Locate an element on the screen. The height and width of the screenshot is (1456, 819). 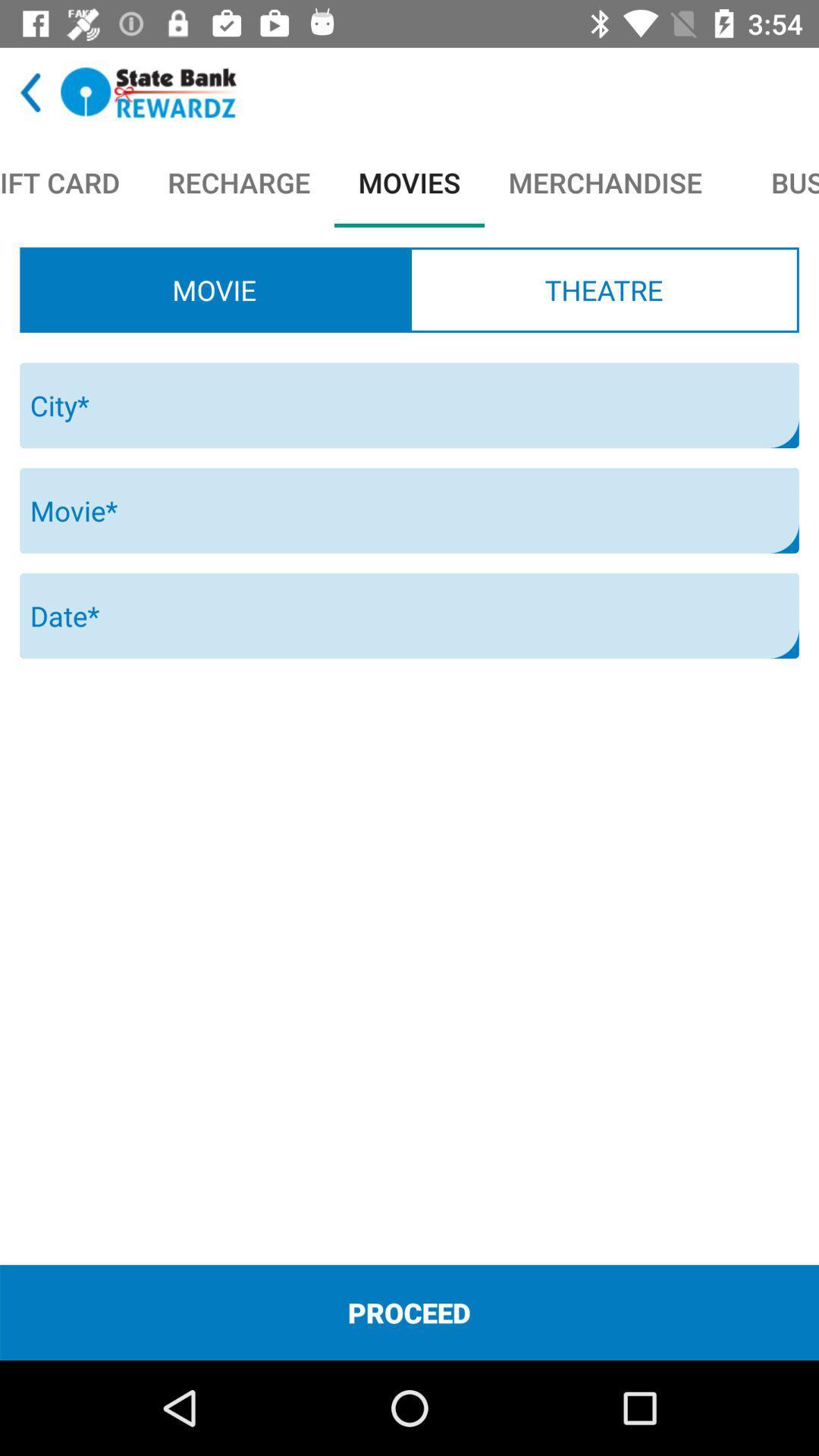
city text field is located at coordinates (409, 405).